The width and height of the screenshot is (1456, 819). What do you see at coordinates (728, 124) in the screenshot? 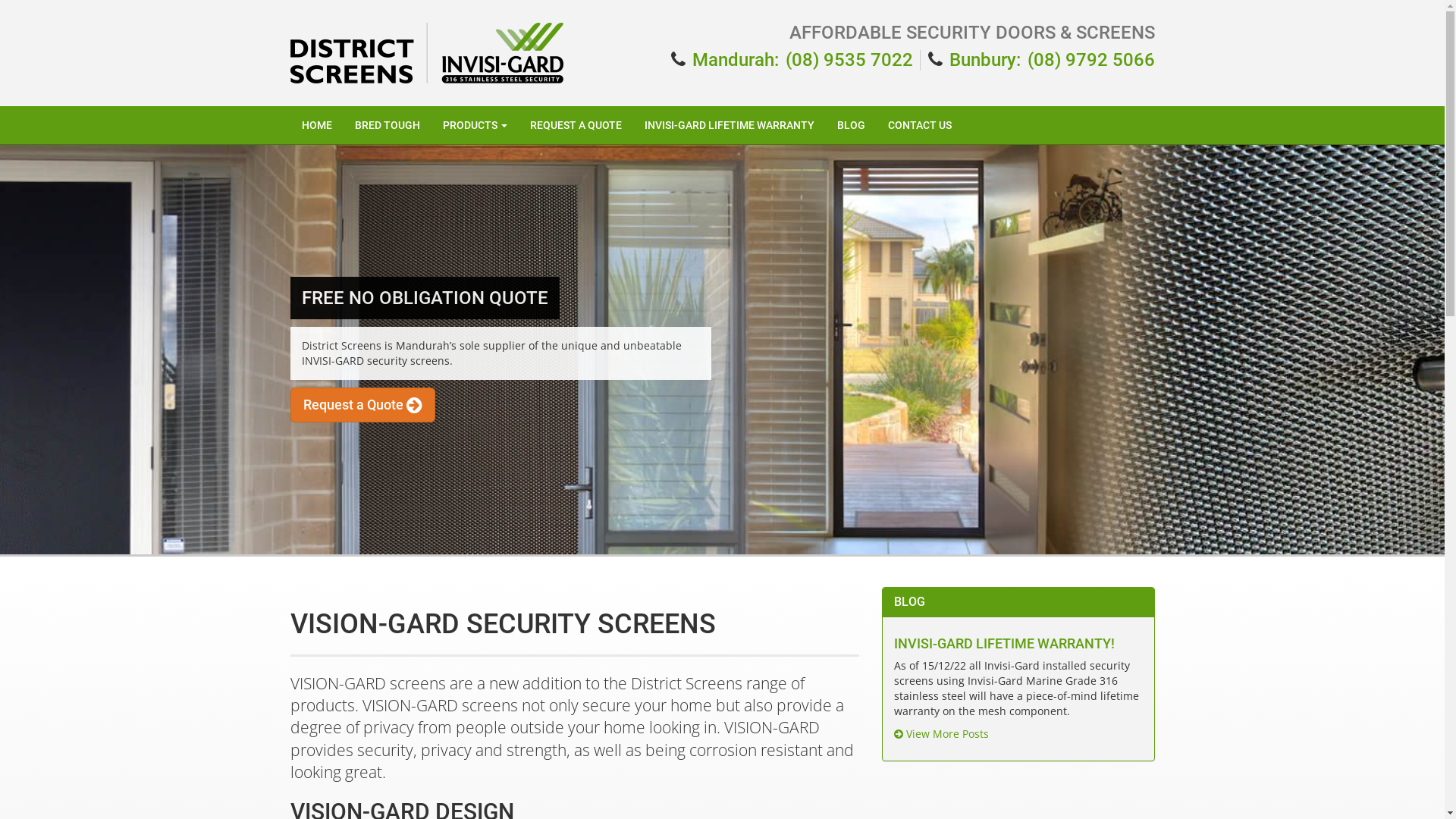
I see `'INVISI-GARD LIFETIME WARRANTY'` at bounding box center [728, 124].